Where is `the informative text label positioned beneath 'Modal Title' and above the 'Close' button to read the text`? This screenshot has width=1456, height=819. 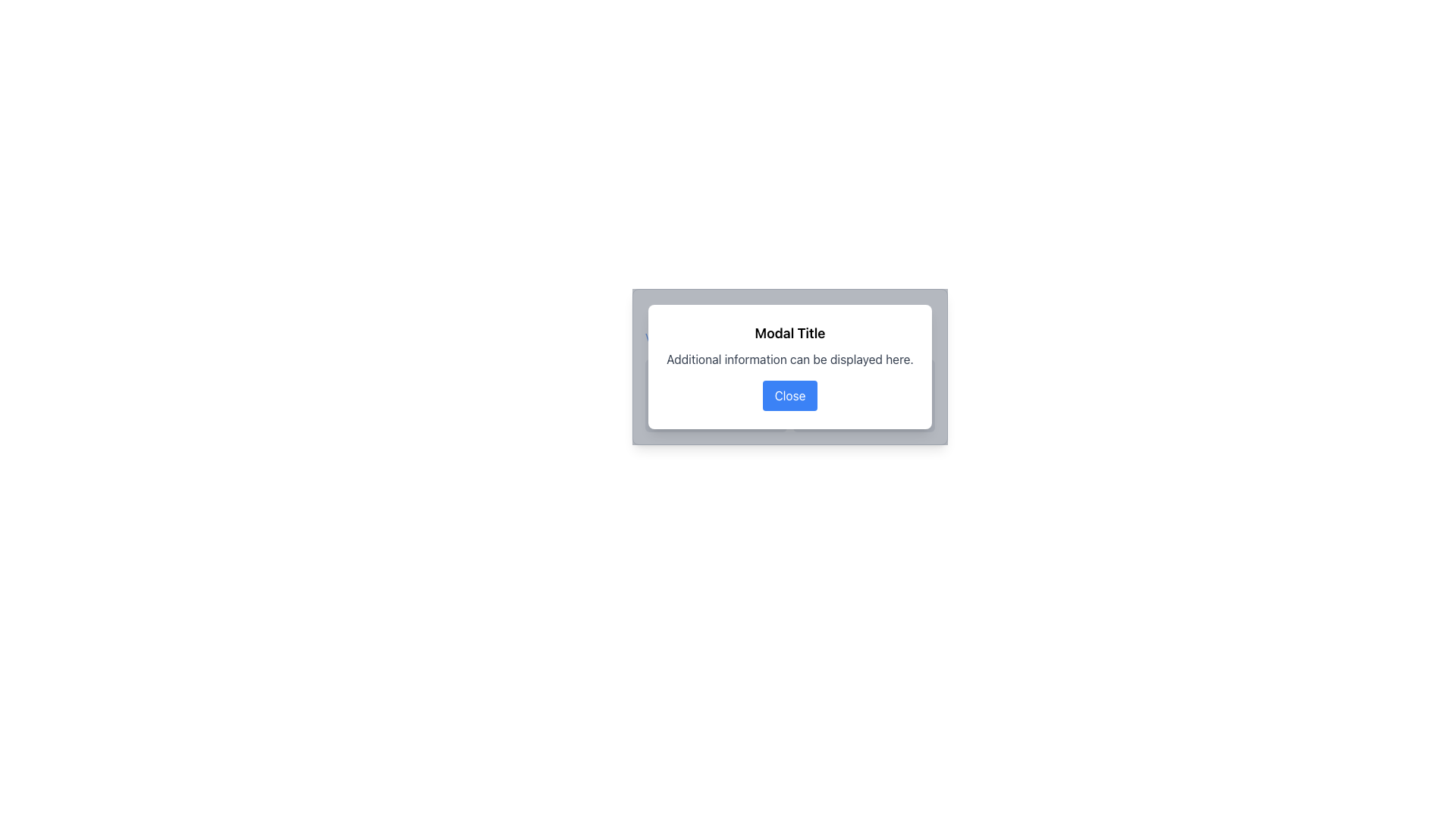
the informative text label positioned beneath 'Modal Title' and above the 'Close' button to read the text is located at coordinates (789, 359).